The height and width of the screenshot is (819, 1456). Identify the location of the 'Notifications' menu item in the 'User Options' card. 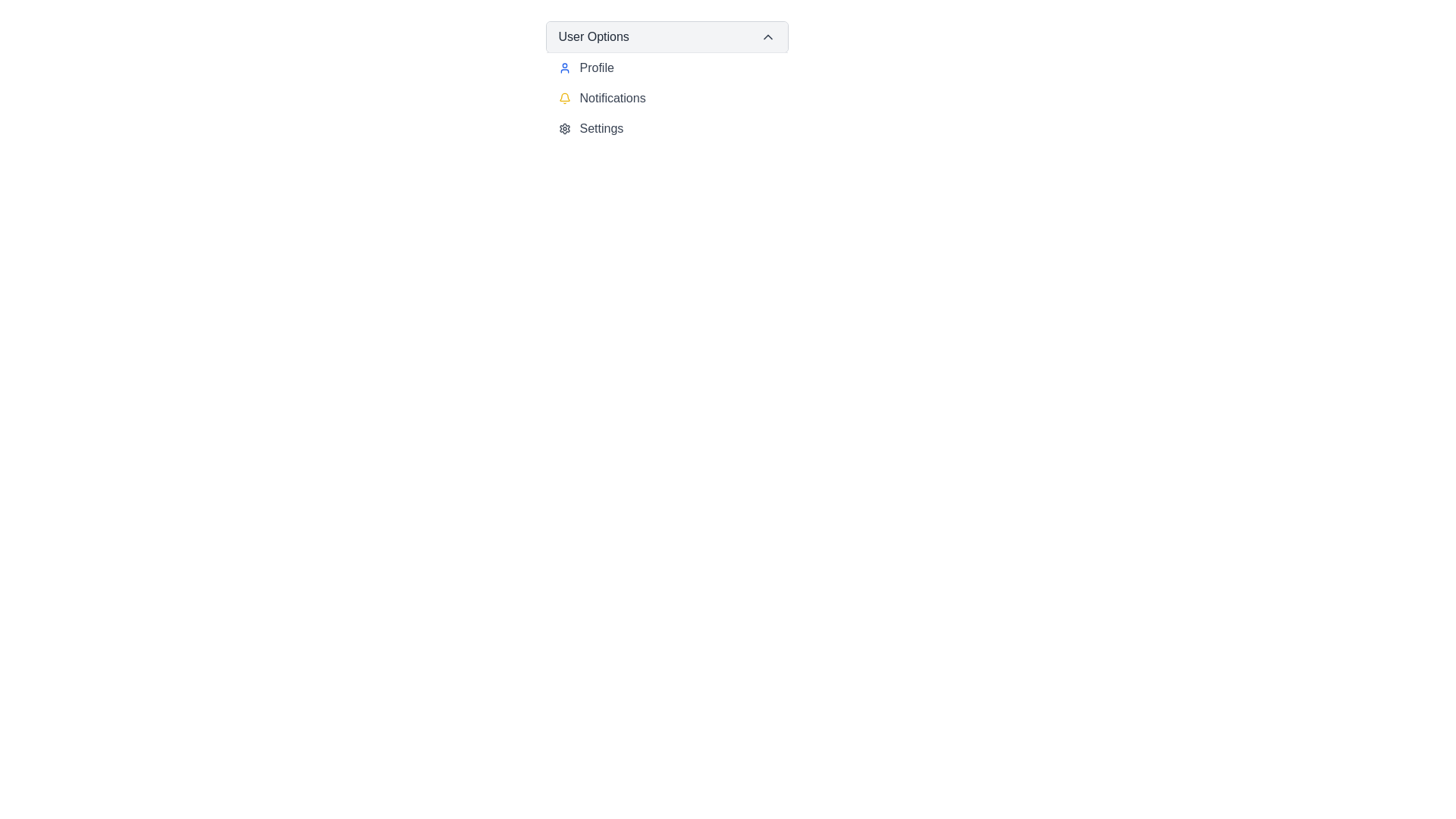
(667, 98).